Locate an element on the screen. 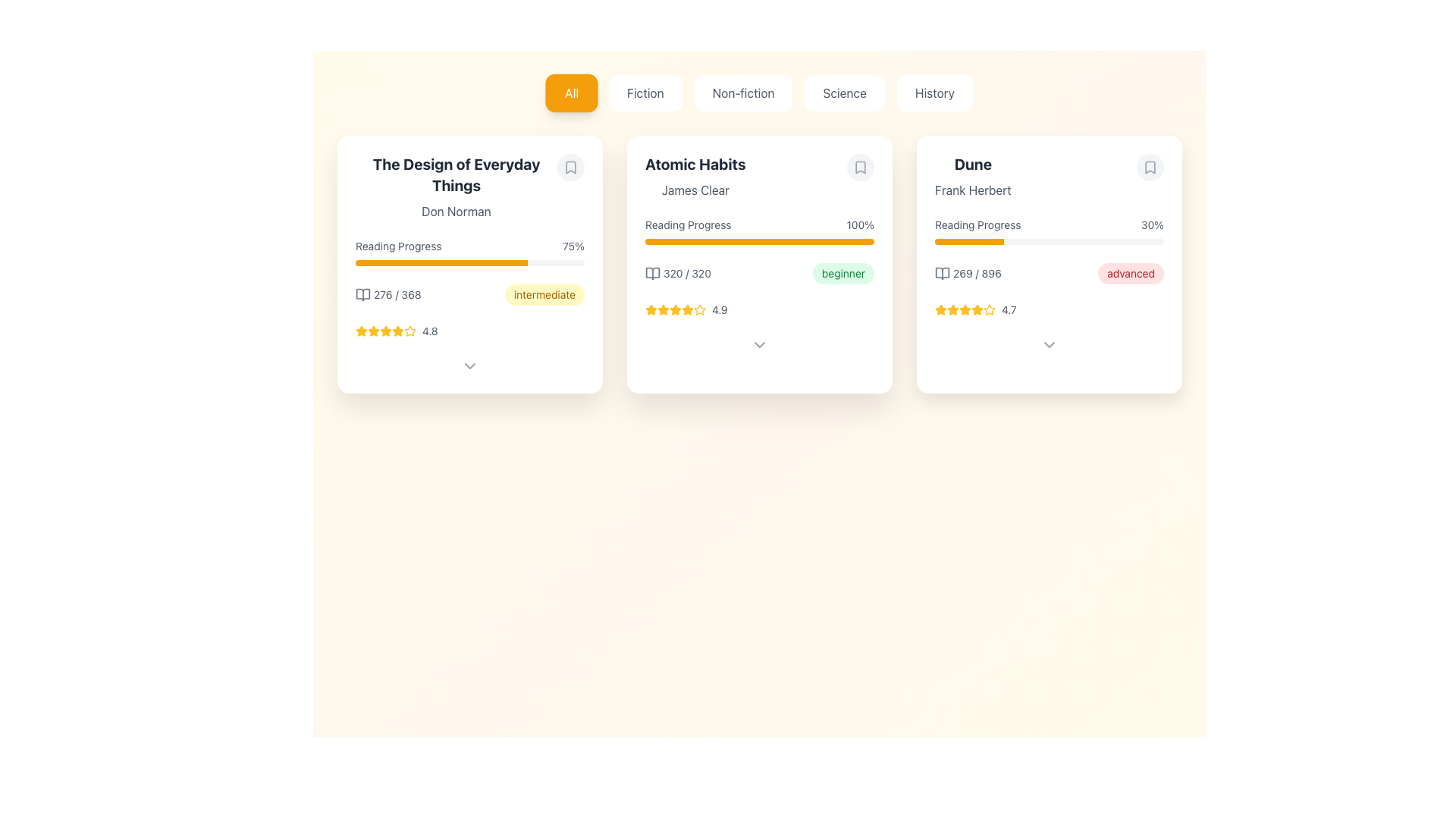 The width and height of the screenshot is (1456, 819). text displaying the current and total number of pages for the book within the 'Atomic Habits' card interface, located below the 'Reading Progress' text and its progress bar, and to the left of a green badge labeled 'beginner.' is located at coordinates (677, 274).